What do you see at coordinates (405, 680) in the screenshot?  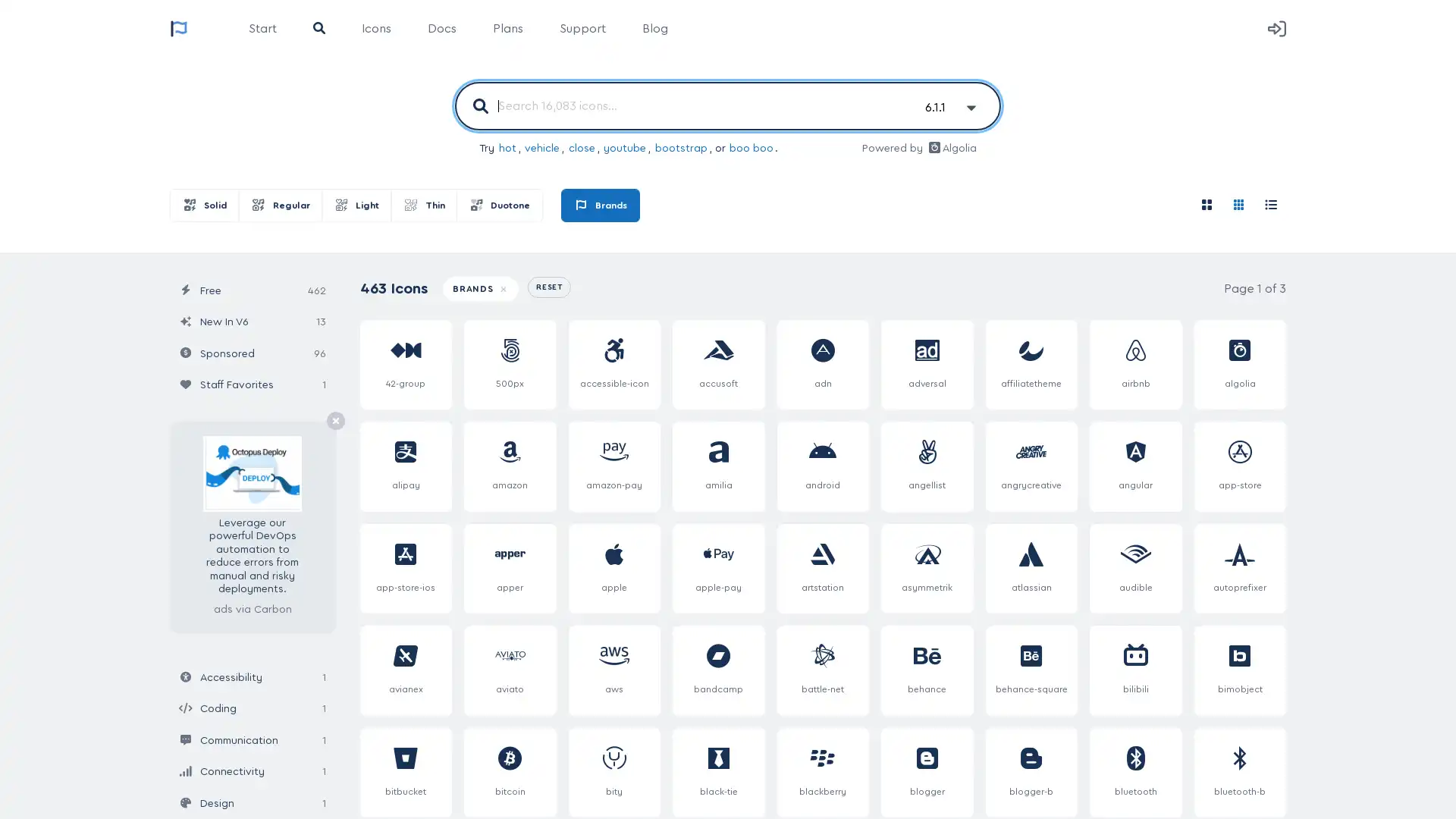 I see `avianex` at bounding box center [405, 680].